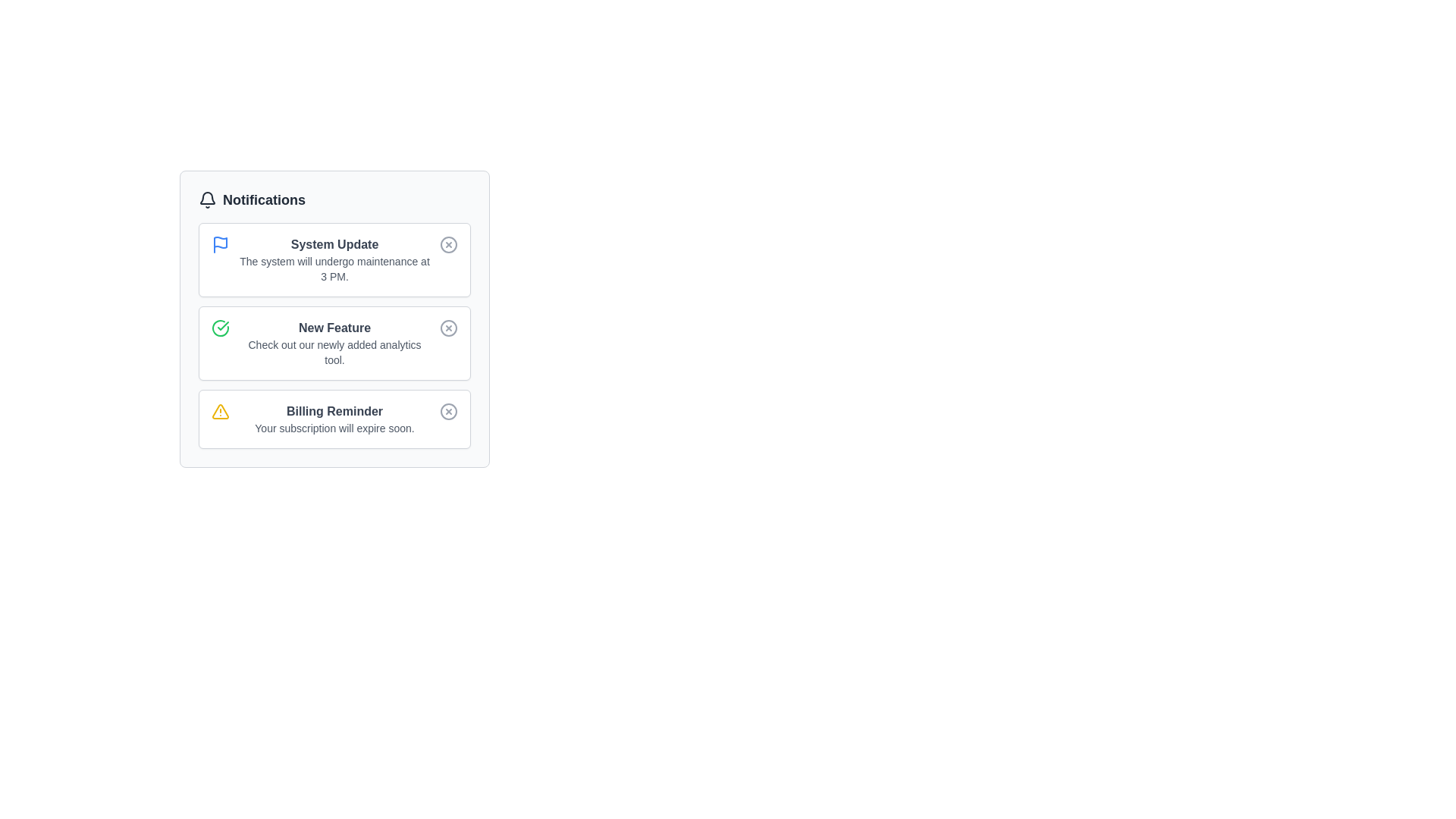 The width and height of the screenshot is (1456, 819). What do you see at coordinates (334, 412) in the screenshot?
I see `the 'Billing Reminder' text label which is styled as a bold gray font and positioned within the third notification card, serving as a heading for its section` at bounding box center [334, 412].